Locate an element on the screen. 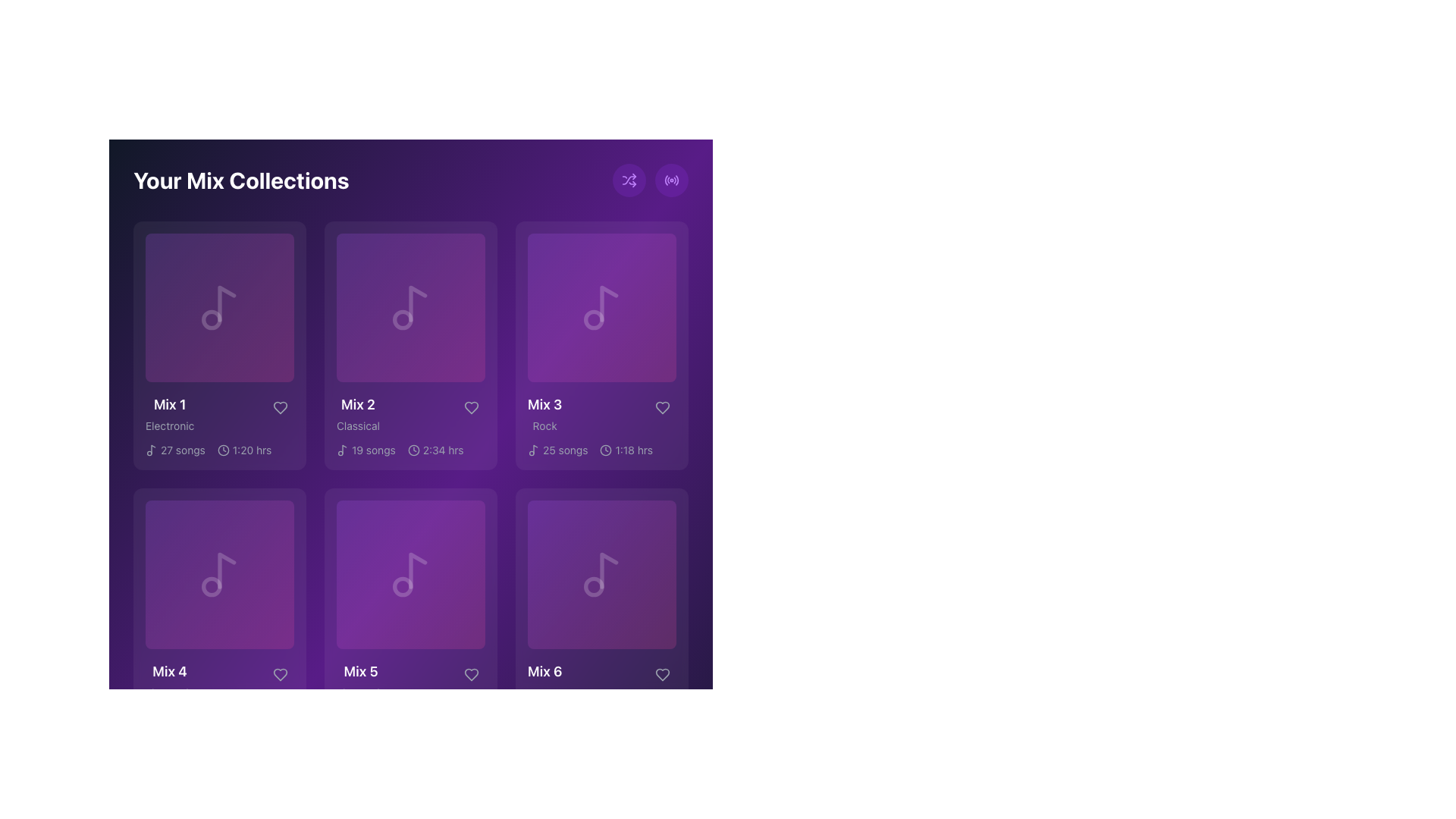 This screenshot has width=1456, height=819. the heart icon located in the bottom-right corner of the 'Mix 4' card to mark the item as favorite is located at coordinates (280, 674).